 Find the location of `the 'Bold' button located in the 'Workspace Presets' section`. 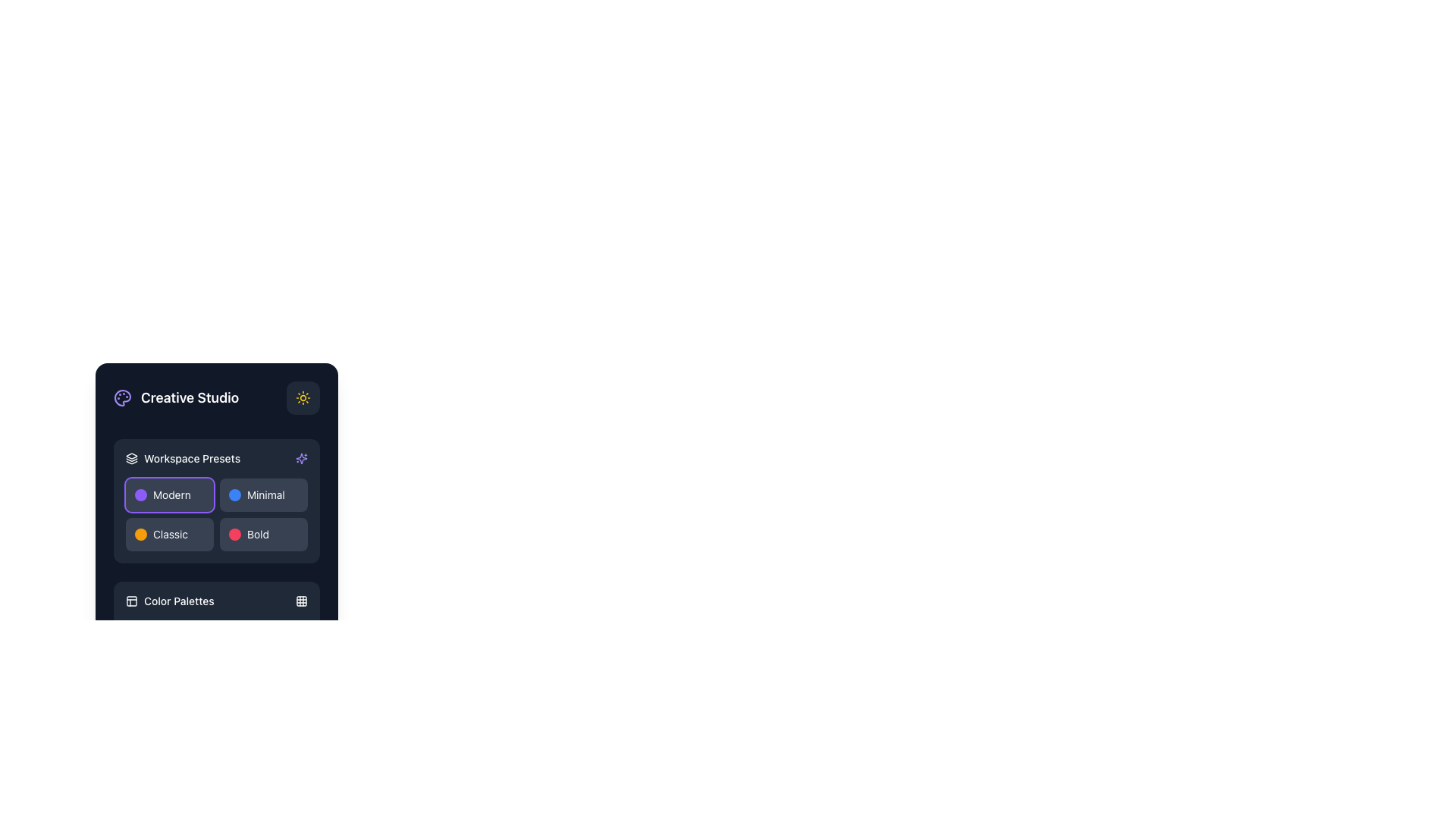

the 'Bold' button located in the 'Workspace Presets' section is located at coordinates (263, 534).